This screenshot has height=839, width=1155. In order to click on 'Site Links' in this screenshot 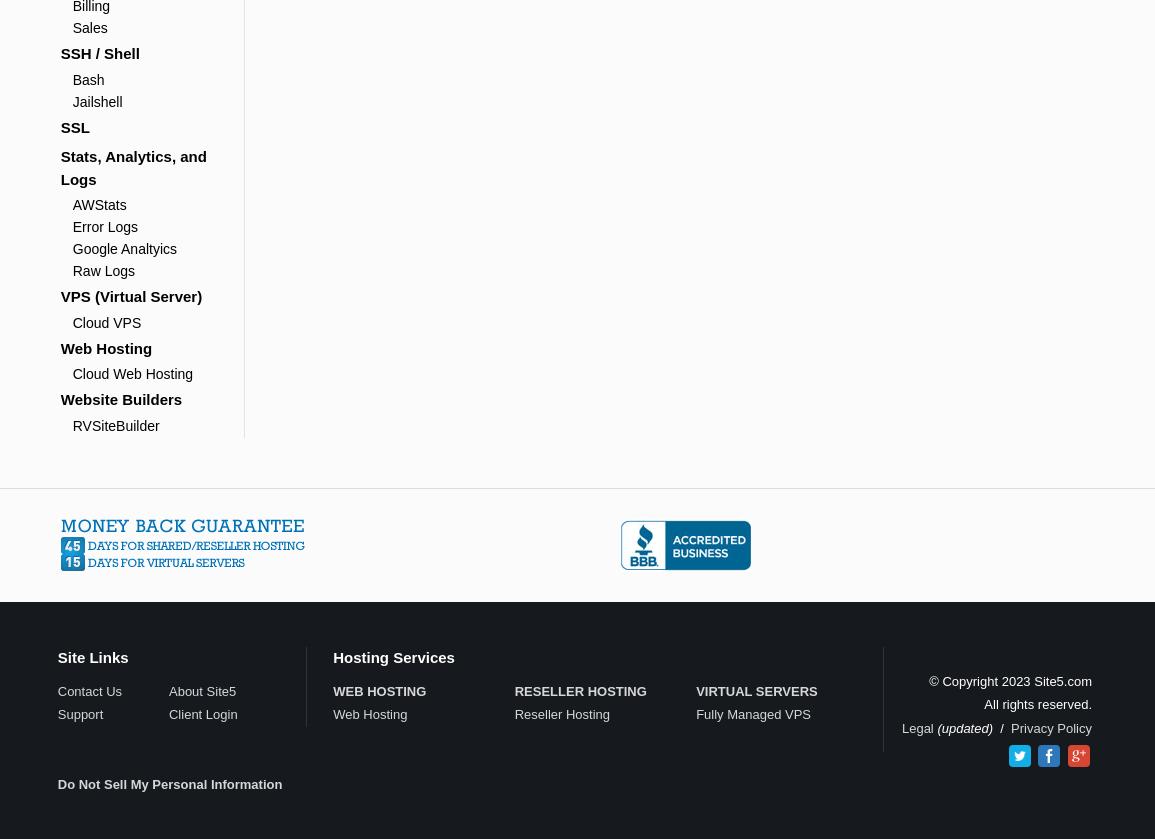, I will do `click(92, 655)`.